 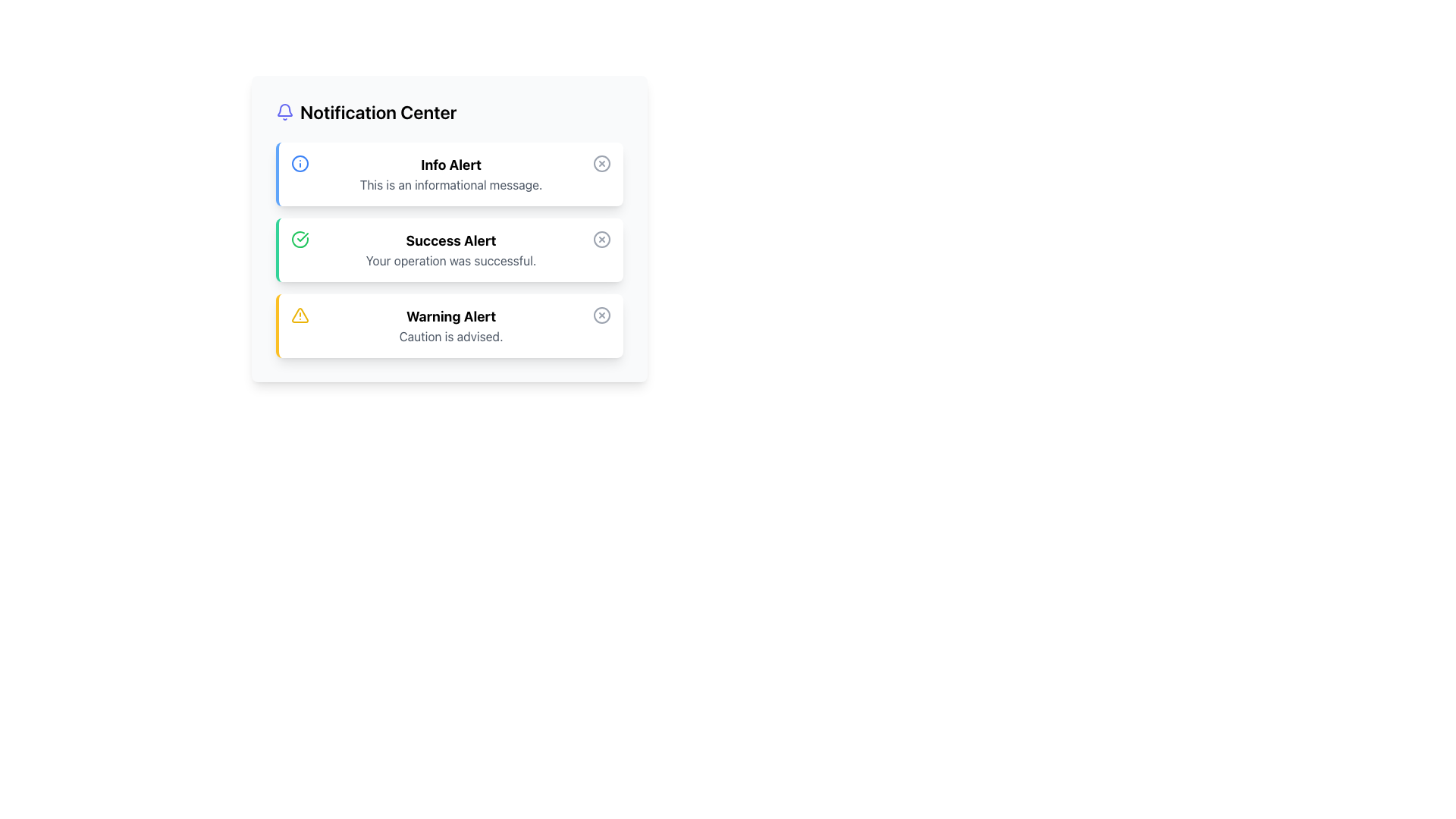 What do you see at coordinates (450, 249) in the screenshot?
I see `the Notification Alert that indicates the previous operation was successful, positioned as the second alert in the notification panel` at bounding box center [450, 249].